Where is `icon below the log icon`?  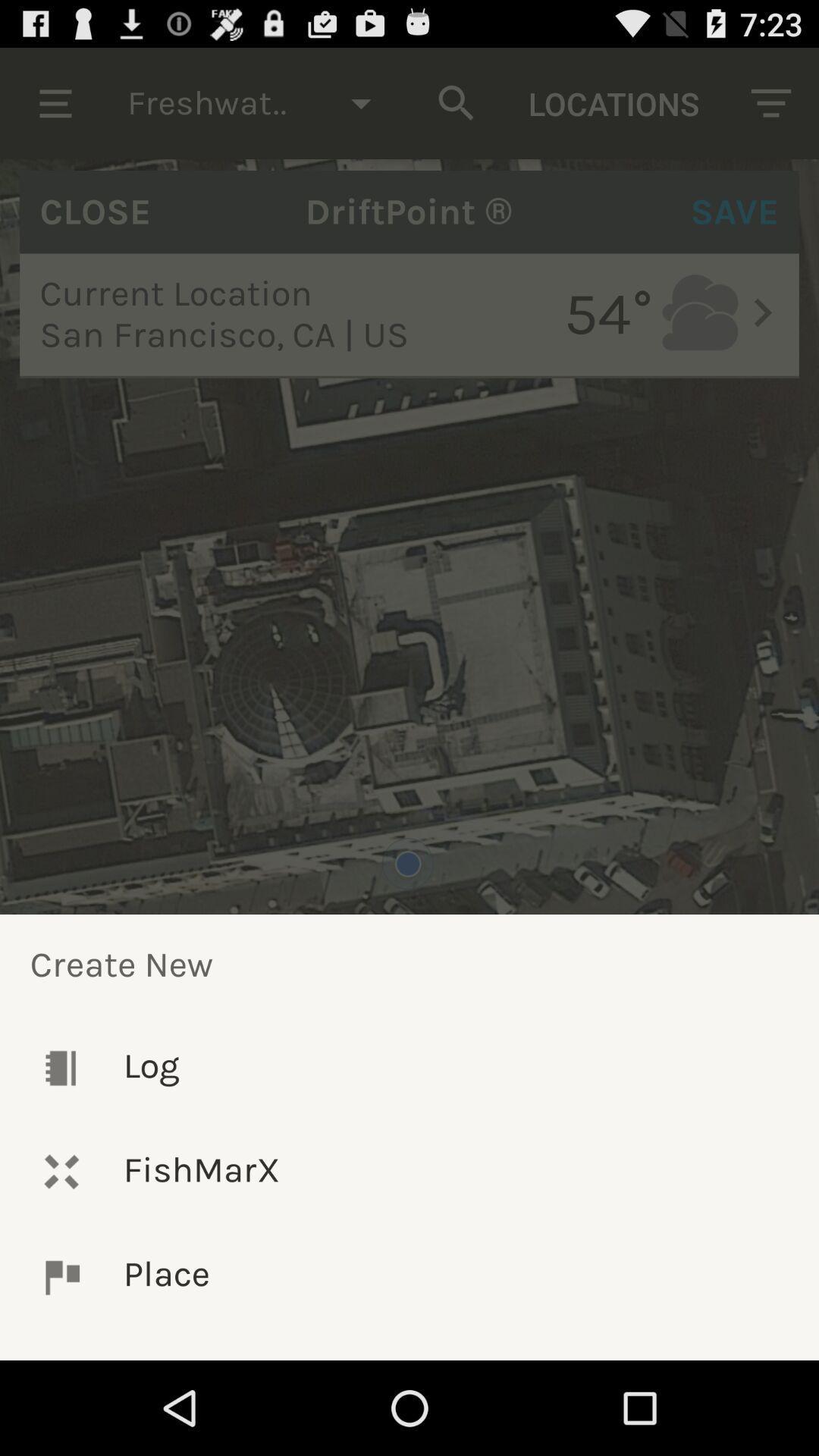
icon below the log icon is located at coordinates (409, 1171).